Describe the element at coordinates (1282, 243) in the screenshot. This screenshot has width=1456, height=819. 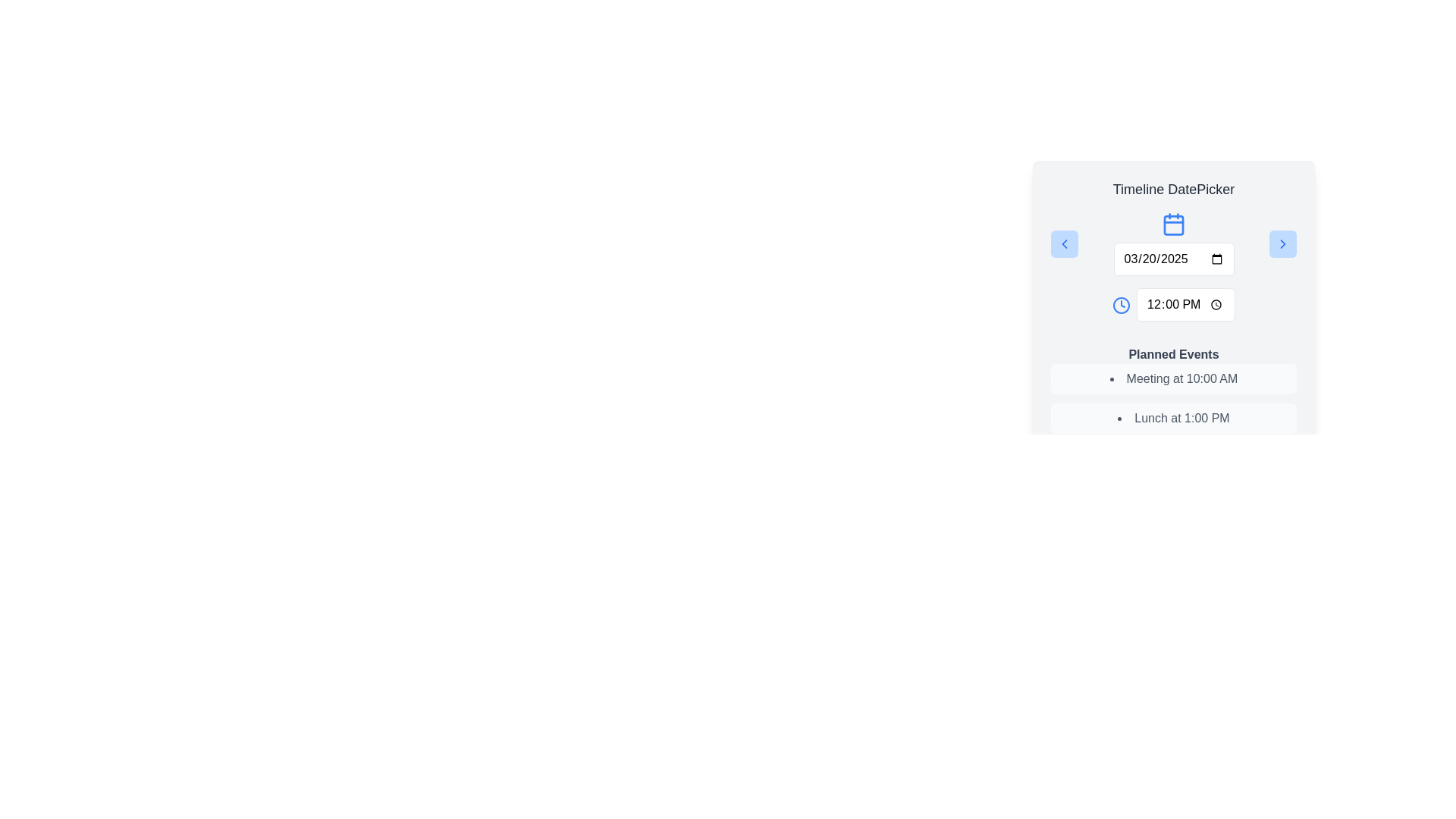
I see `the arrow icon within the navigation button located at the top-right of the central panel to trigger tooltip or visual feedback` at that location.